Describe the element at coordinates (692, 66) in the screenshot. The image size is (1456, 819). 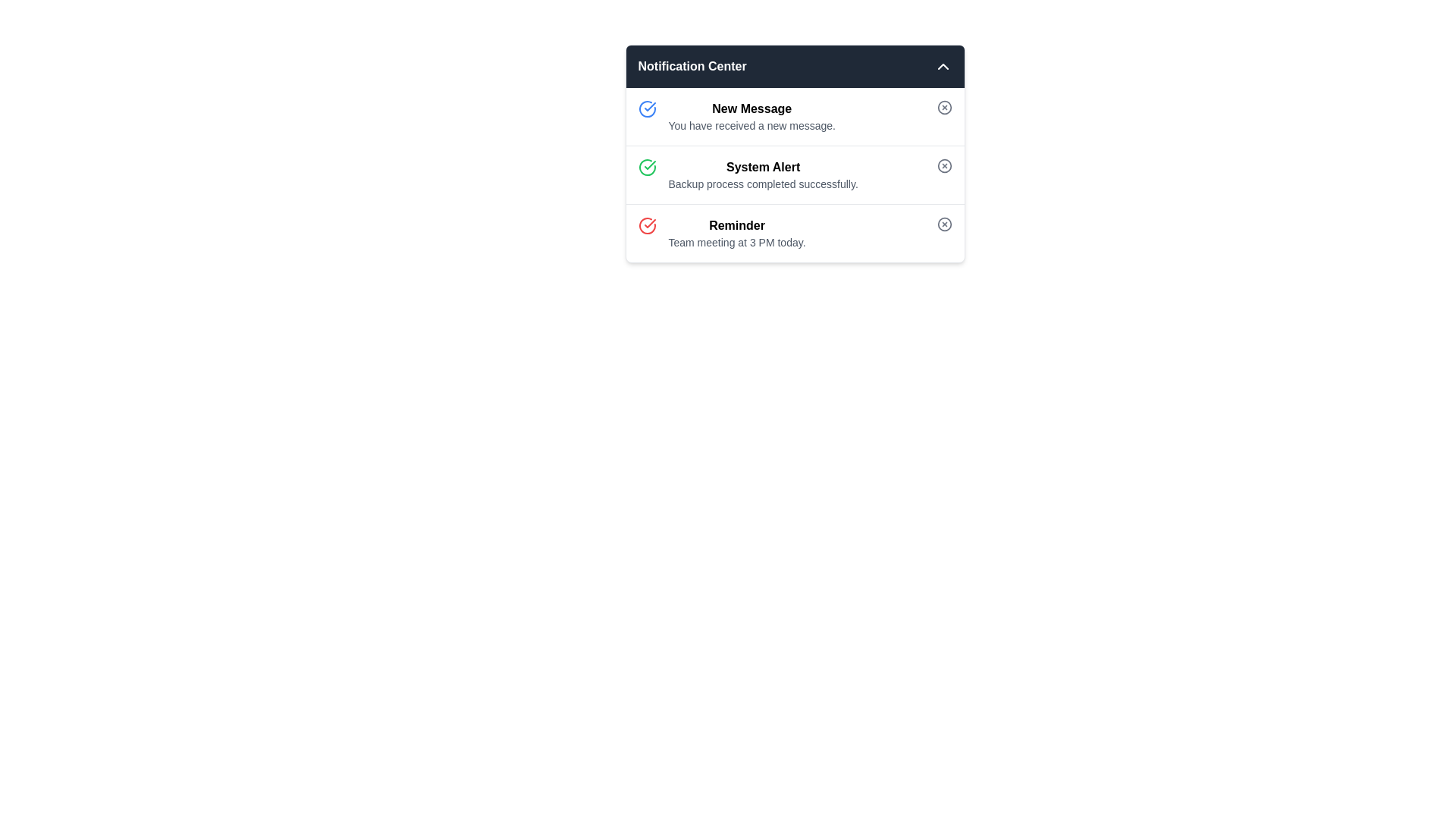
I see `the label that serves as the title for the notification panel, located in the header area and aligned to the left` at that location.